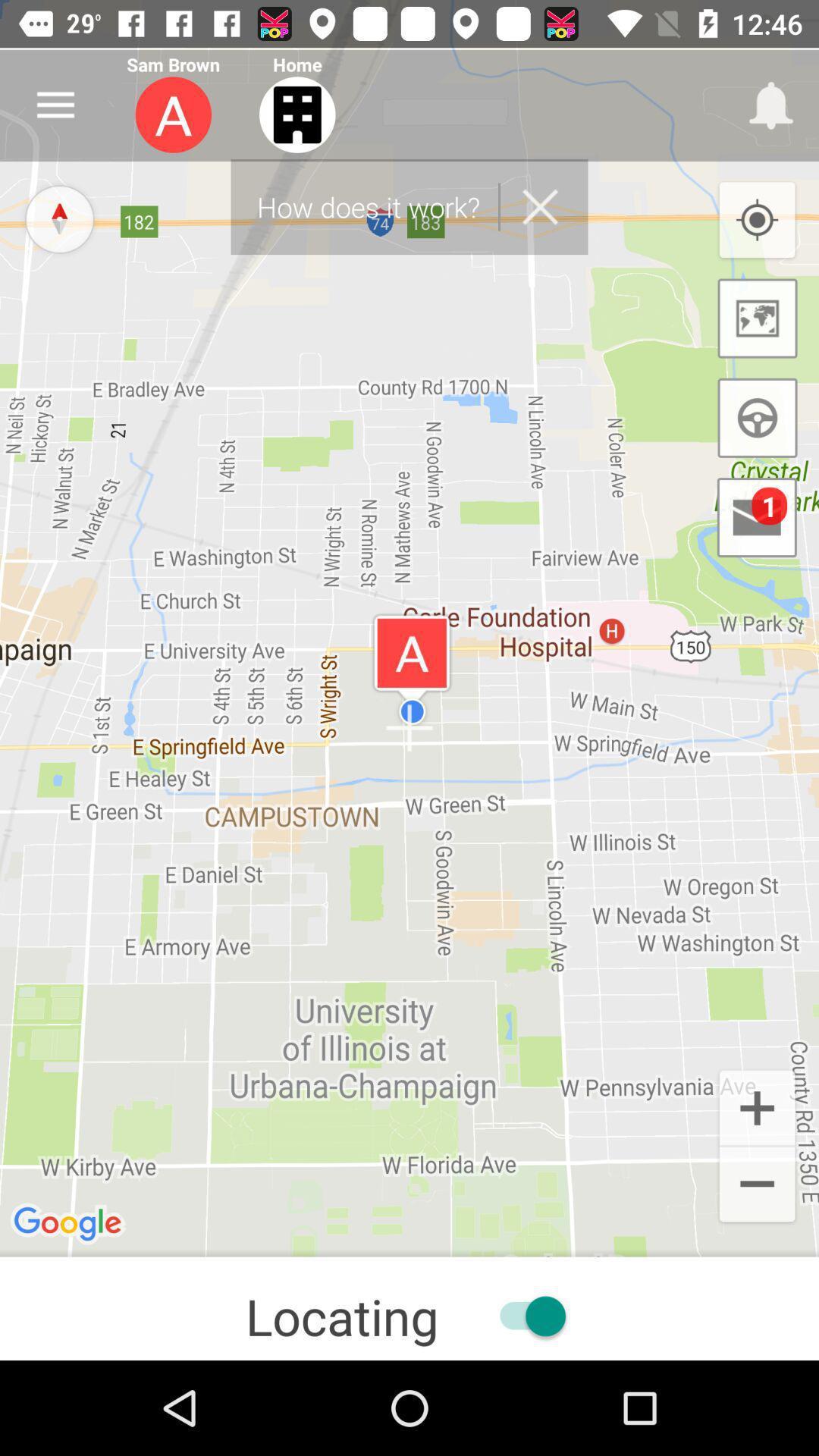 The image size is (819, 1456). Describe the element at coordinates (58, 218) in the screenshot. I see `the explore icon` at that location.